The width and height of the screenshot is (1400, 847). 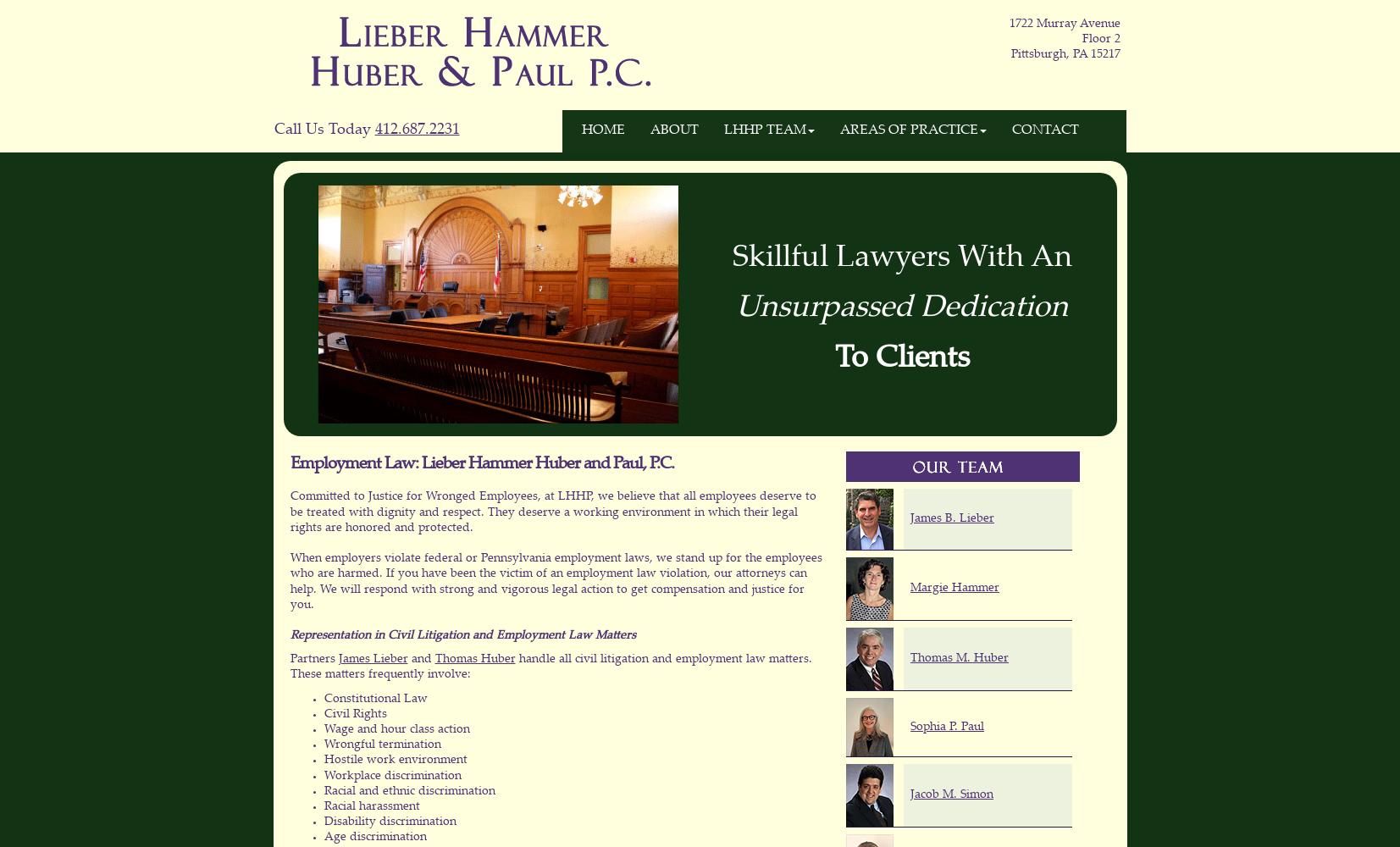 I want to click on 'Workplace discrimination', so click(x=391, y=776).